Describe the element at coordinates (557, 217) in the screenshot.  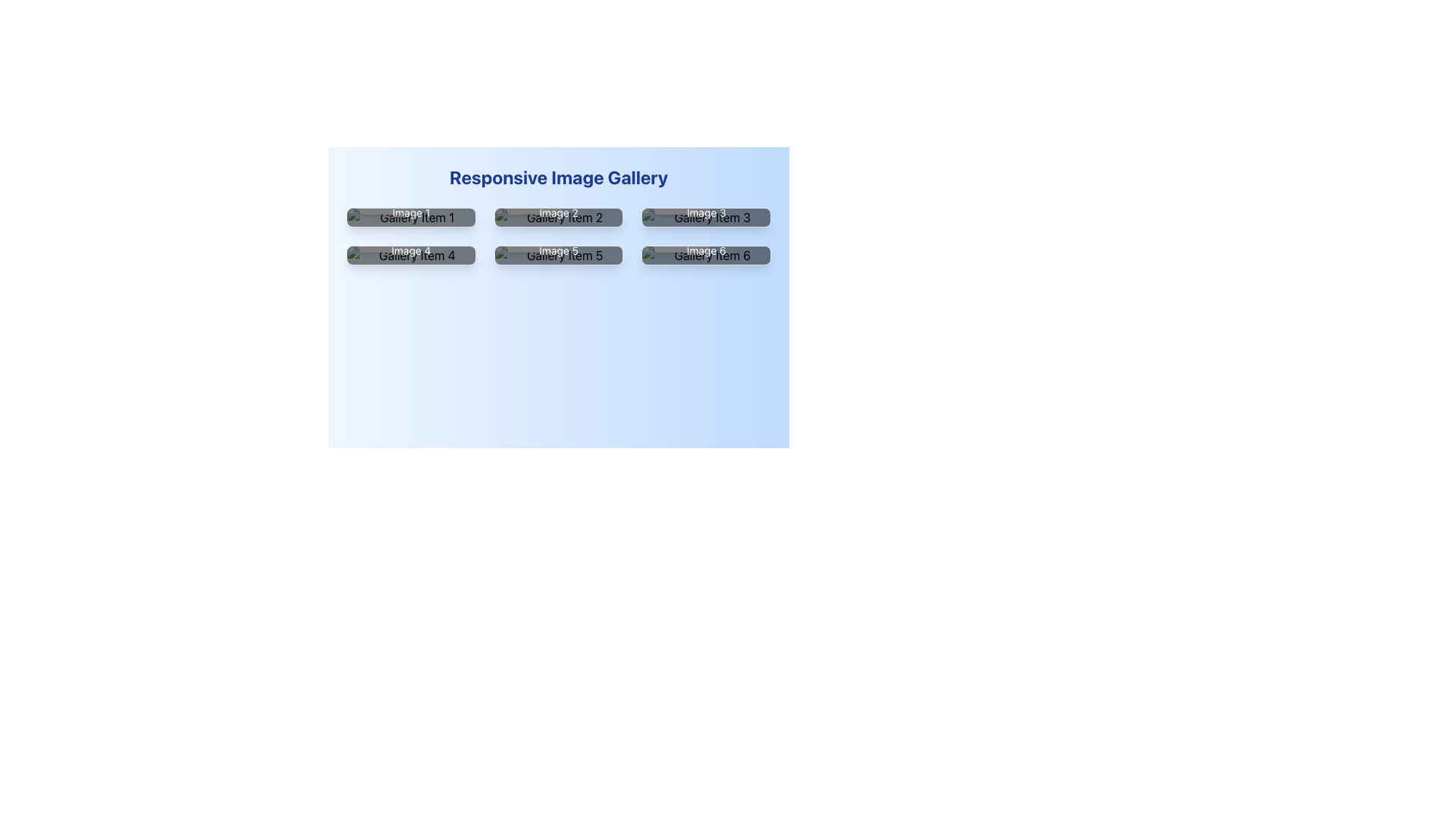
I see `the Clickable Card element in the second column of the first row labeled 'Gallery Item 2'` at that location.